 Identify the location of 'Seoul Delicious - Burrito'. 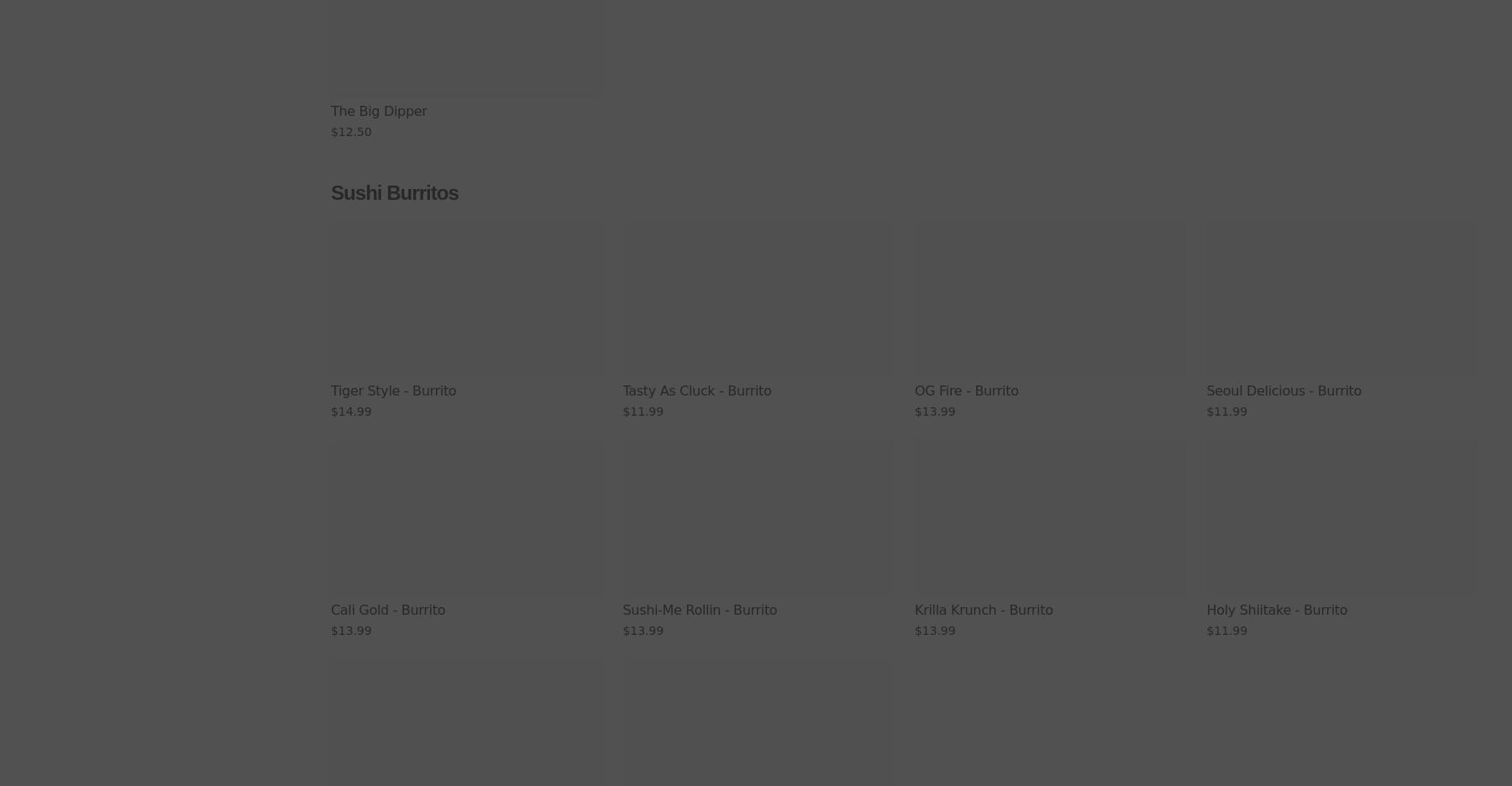
(1284, 390).